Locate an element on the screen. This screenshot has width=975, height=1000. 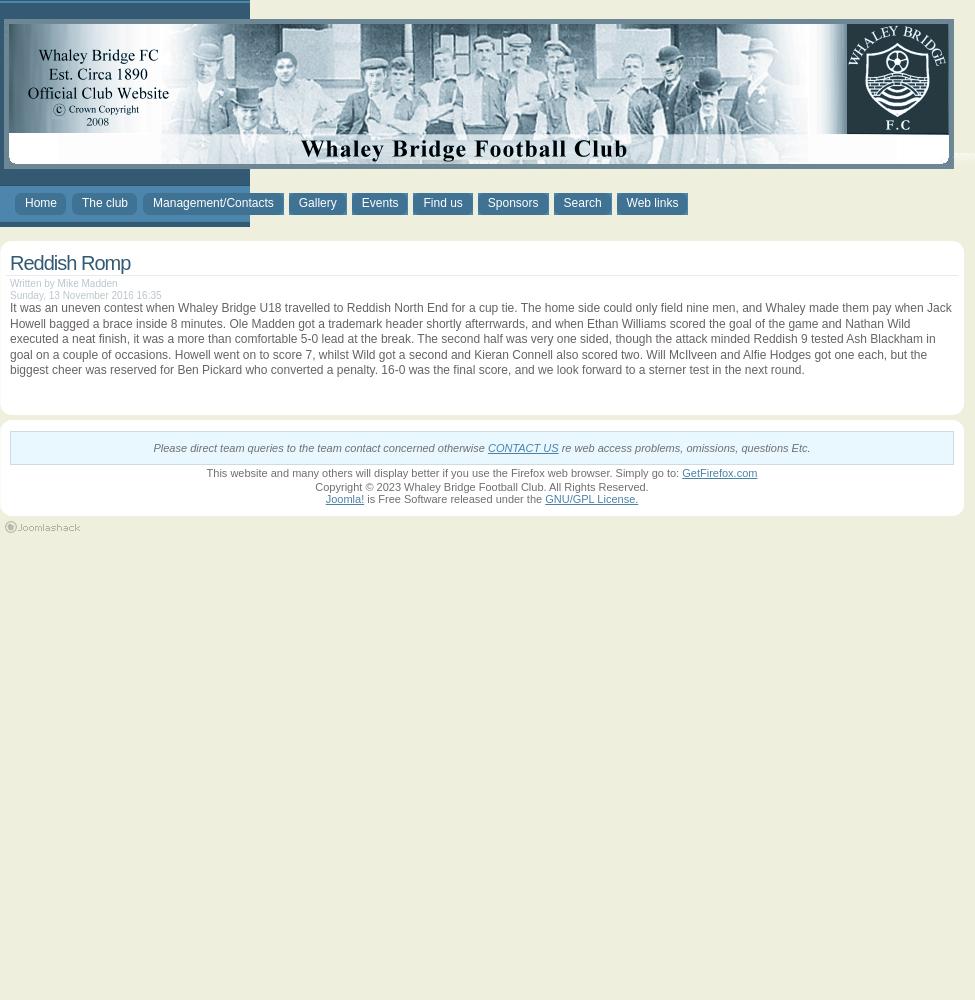
'Reddish Romp' is located at coordinates (10, 263).